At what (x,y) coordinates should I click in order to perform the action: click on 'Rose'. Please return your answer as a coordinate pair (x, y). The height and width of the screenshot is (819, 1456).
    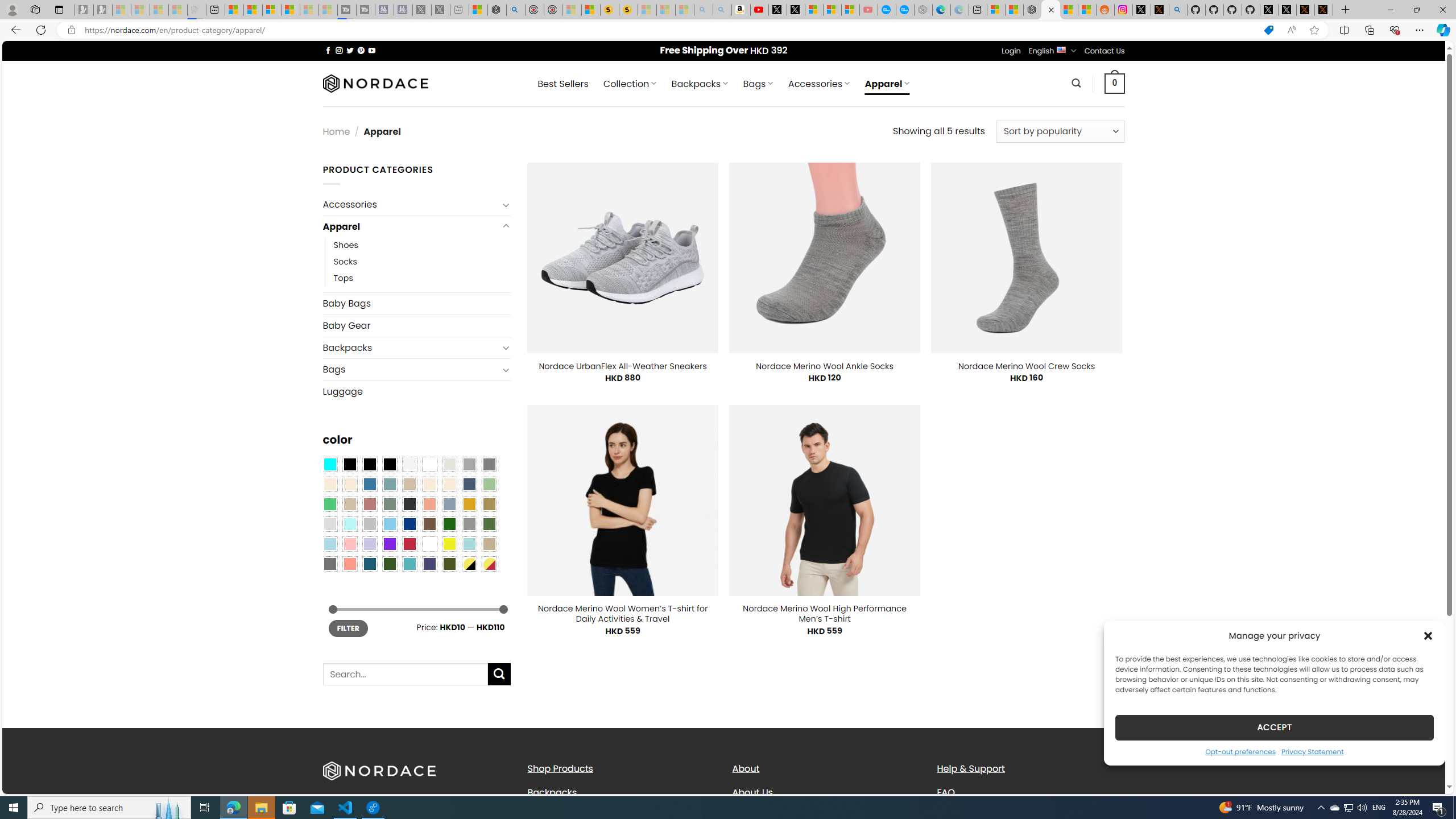
    Looking at the image, I should click on (369, 503).